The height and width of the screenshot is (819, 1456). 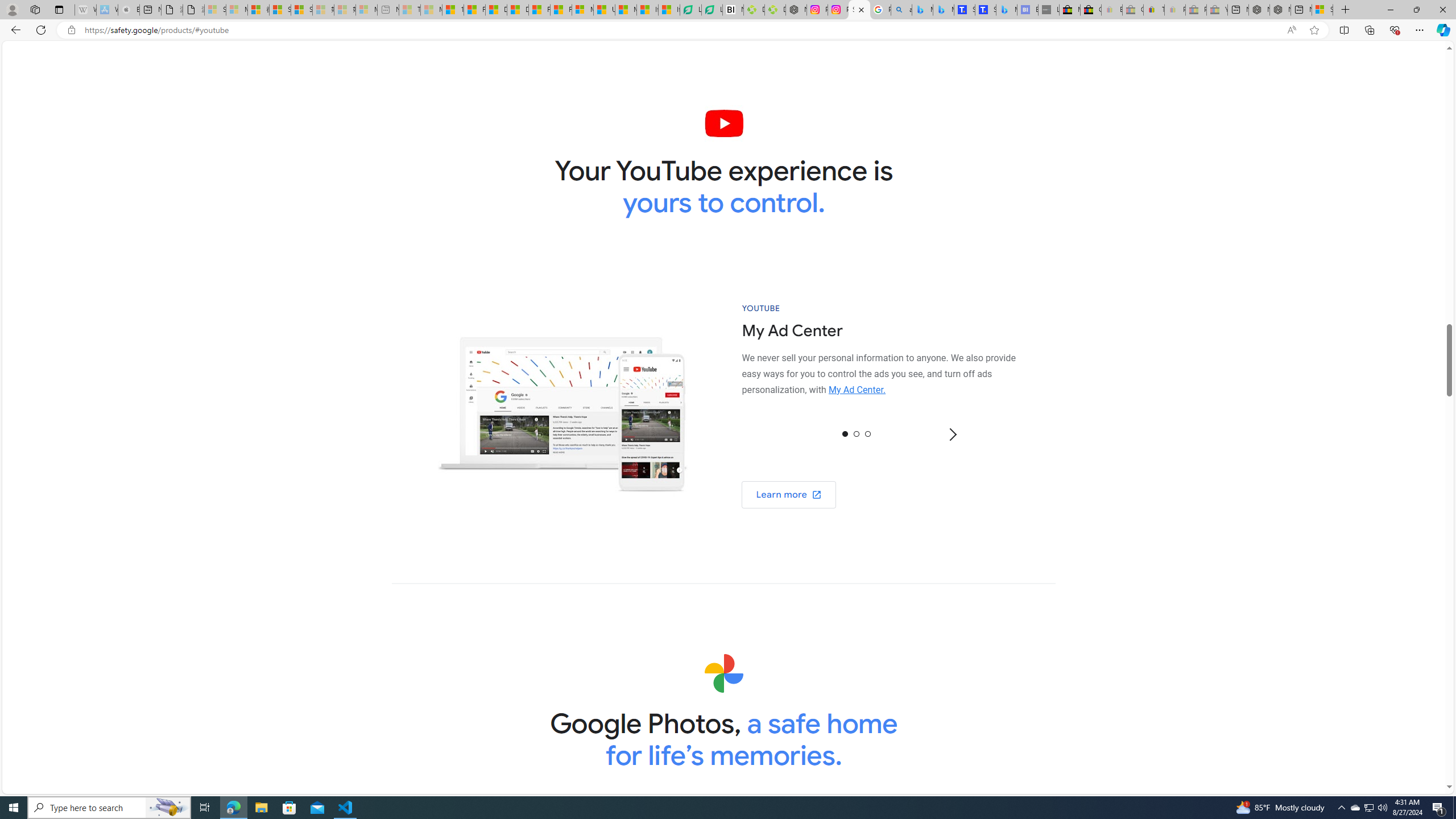 I want to click on 'US Heat Deaths Soared To Record High Last Year', so click(x=603, y=9).